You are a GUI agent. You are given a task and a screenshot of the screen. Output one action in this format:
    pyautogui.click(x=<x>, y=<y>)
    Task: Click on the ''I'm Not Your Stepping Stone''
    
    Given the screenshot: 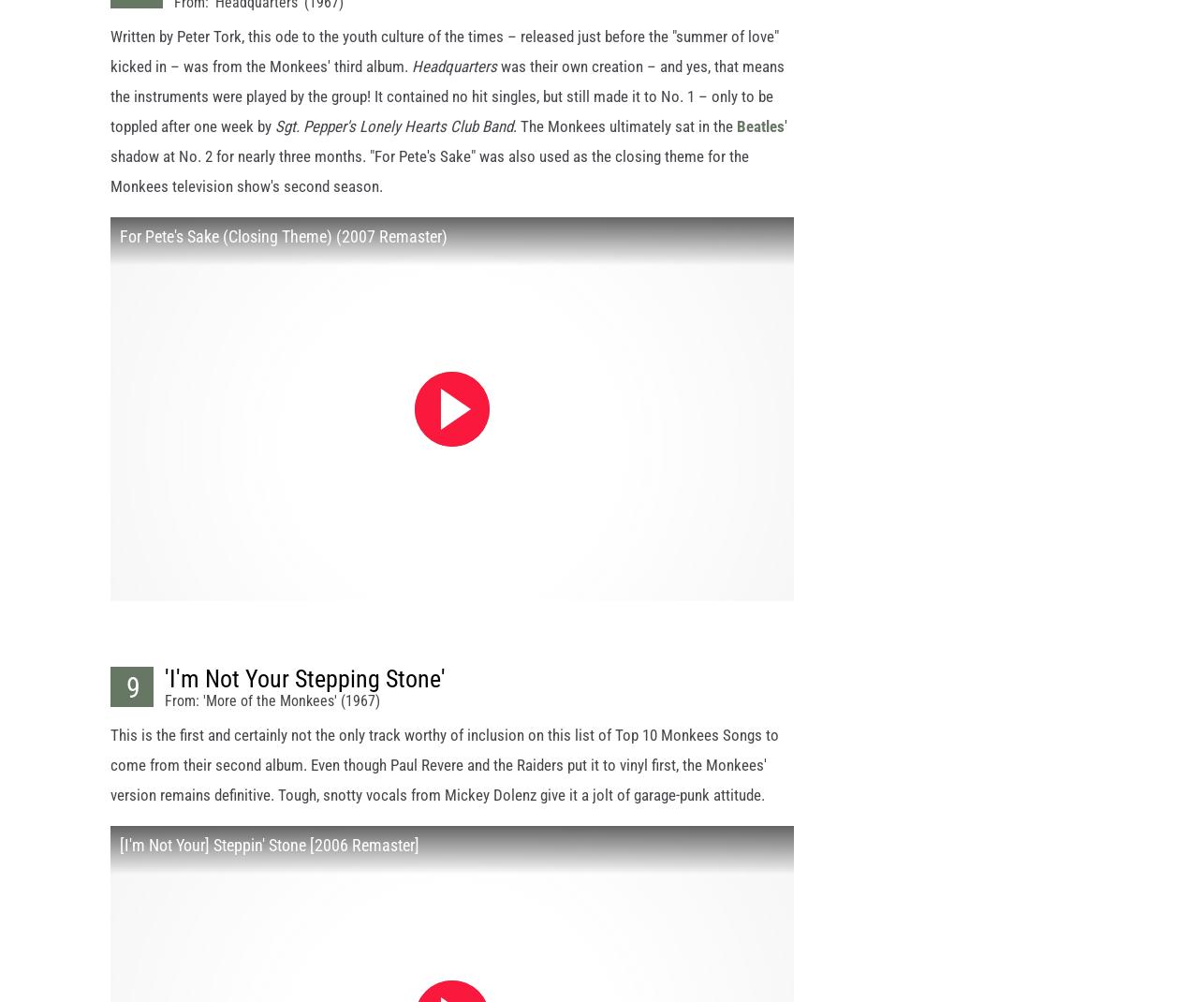 What is the action you would take?
    pyautogui.click(x=304, y=695)
    